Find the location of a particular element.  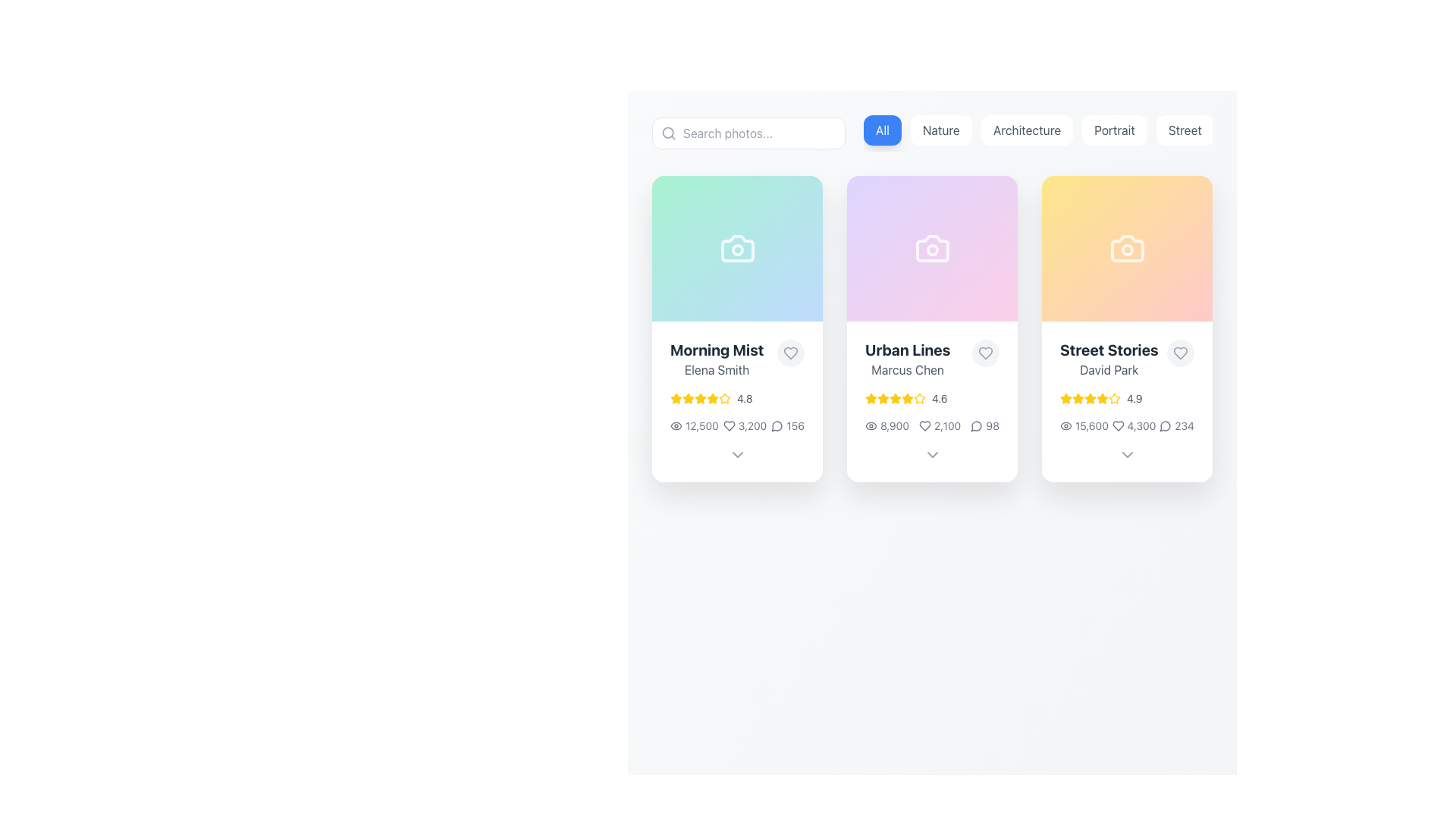

the text label reading 'Street Stories' styled with bold font and dark gray color, which is located at the top of the rightmost card in a horizontal list of three cards, above the name 'David Park' is located at coordinates (1109, 350).